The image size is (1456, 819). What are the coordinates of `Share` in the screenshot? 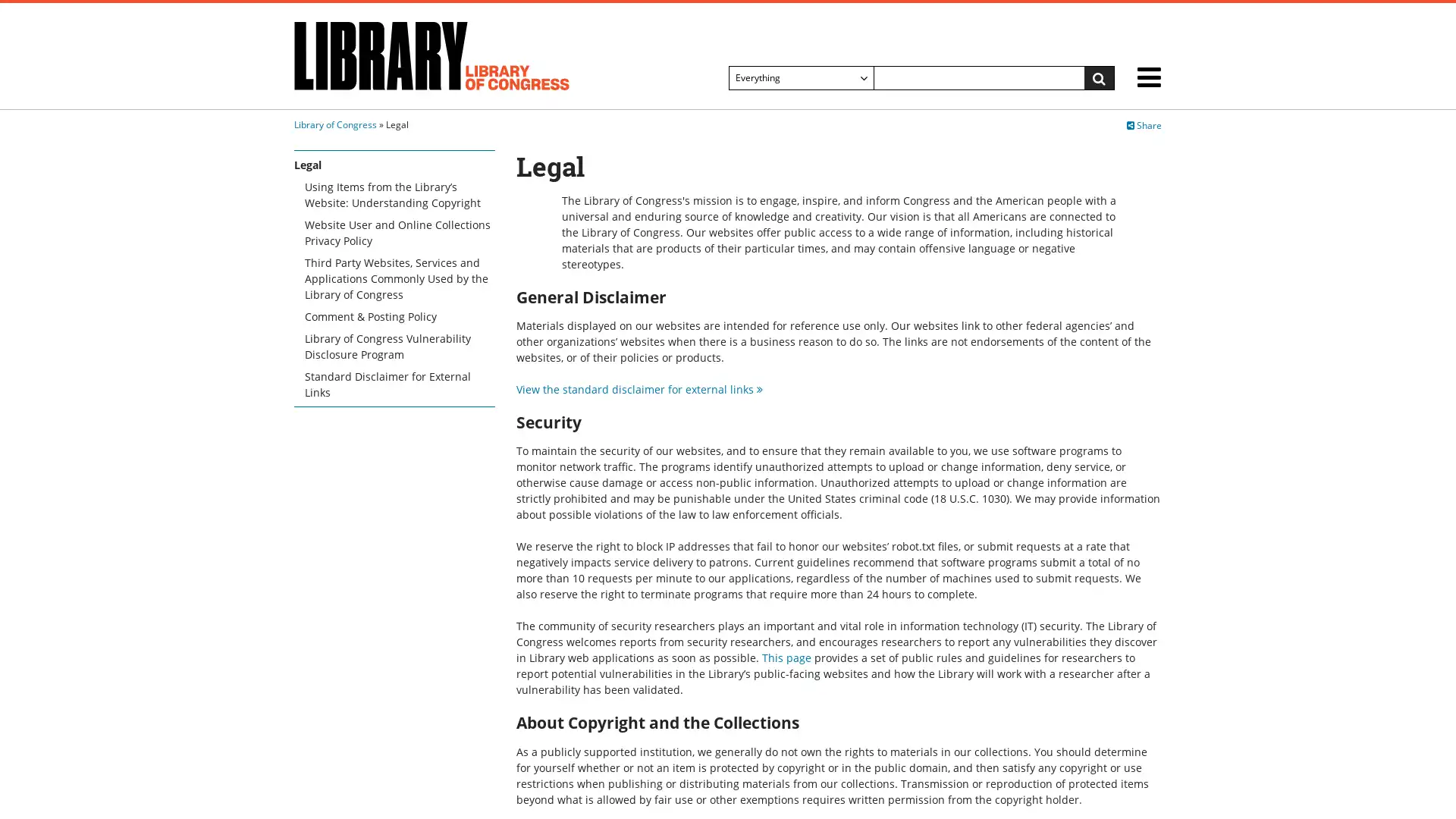 It's located at (1144, 124).